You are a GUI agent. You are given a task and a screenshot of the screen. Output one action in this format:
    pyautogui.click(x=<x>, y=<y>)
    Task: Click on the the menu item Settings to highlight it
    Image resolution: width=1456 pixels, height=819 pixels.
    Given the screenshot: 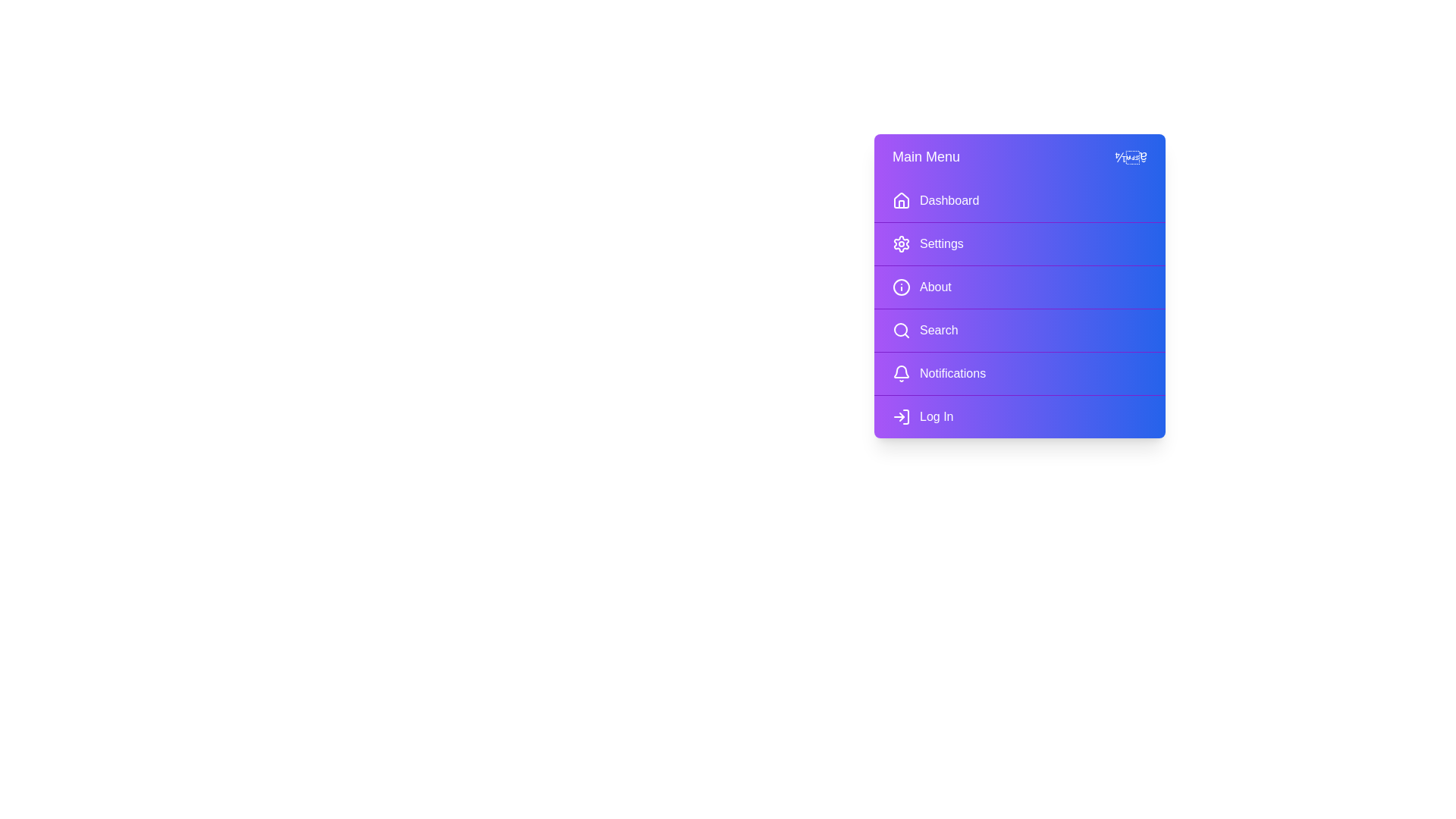 What is the action you would take?
    pyautogui.click(x=1019, y=243)
    